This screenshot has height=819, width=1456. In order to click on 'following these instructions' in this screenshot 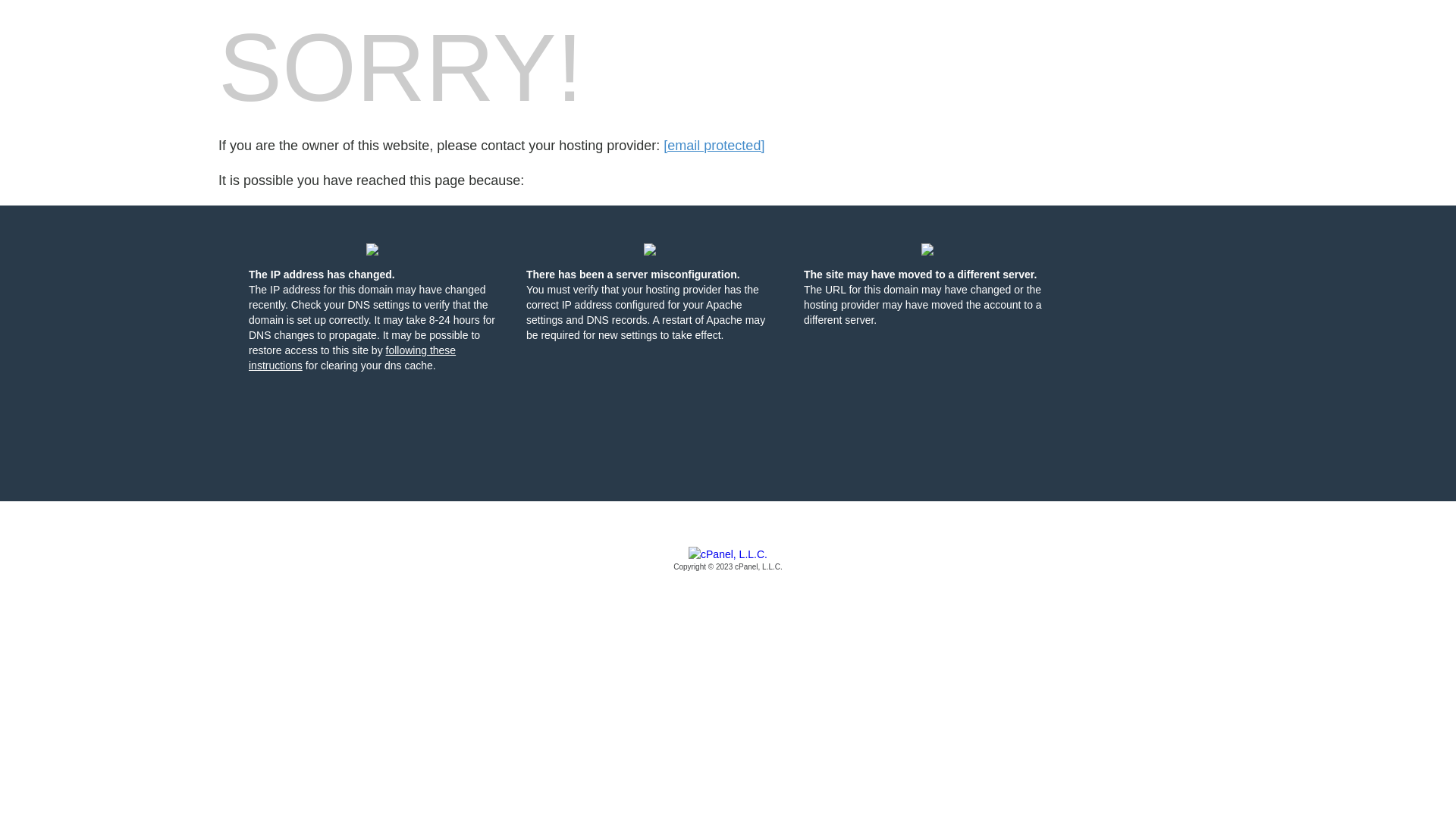, I will do `click(351, 357)`.